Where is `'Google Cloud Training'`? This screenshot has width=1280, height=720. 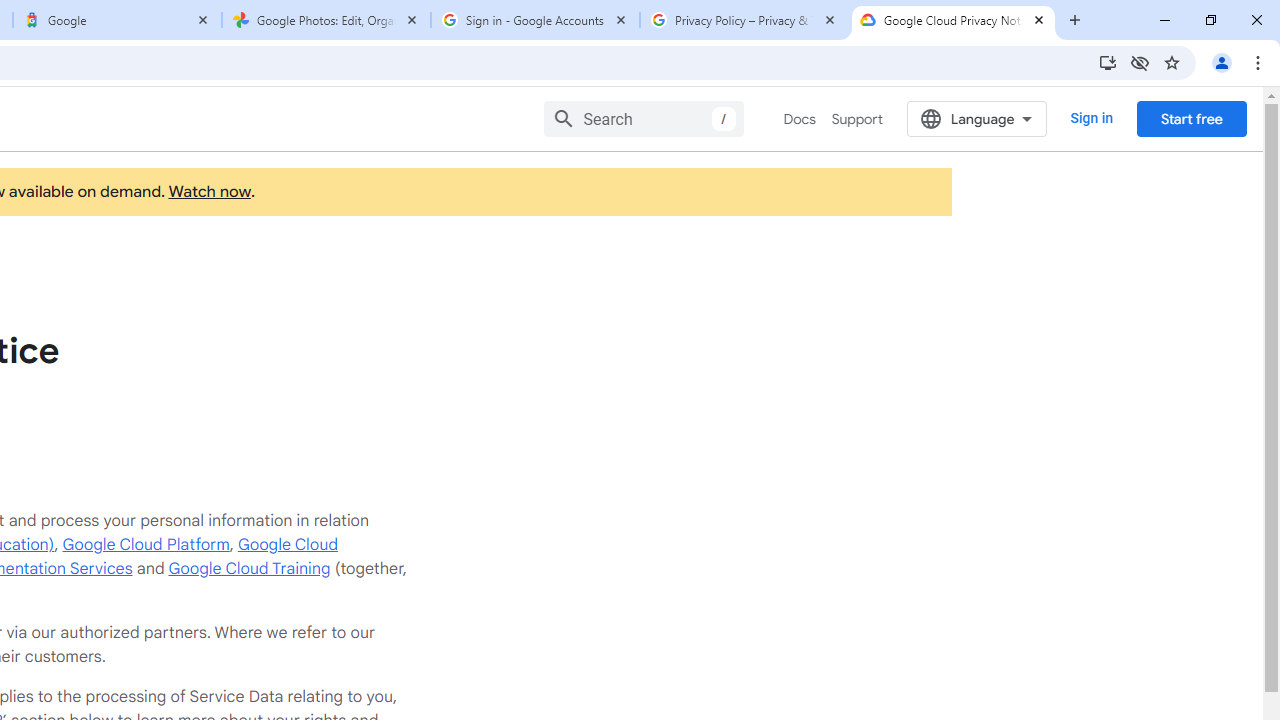 'Google Cloud Training' is located at coordinates (248, 568).